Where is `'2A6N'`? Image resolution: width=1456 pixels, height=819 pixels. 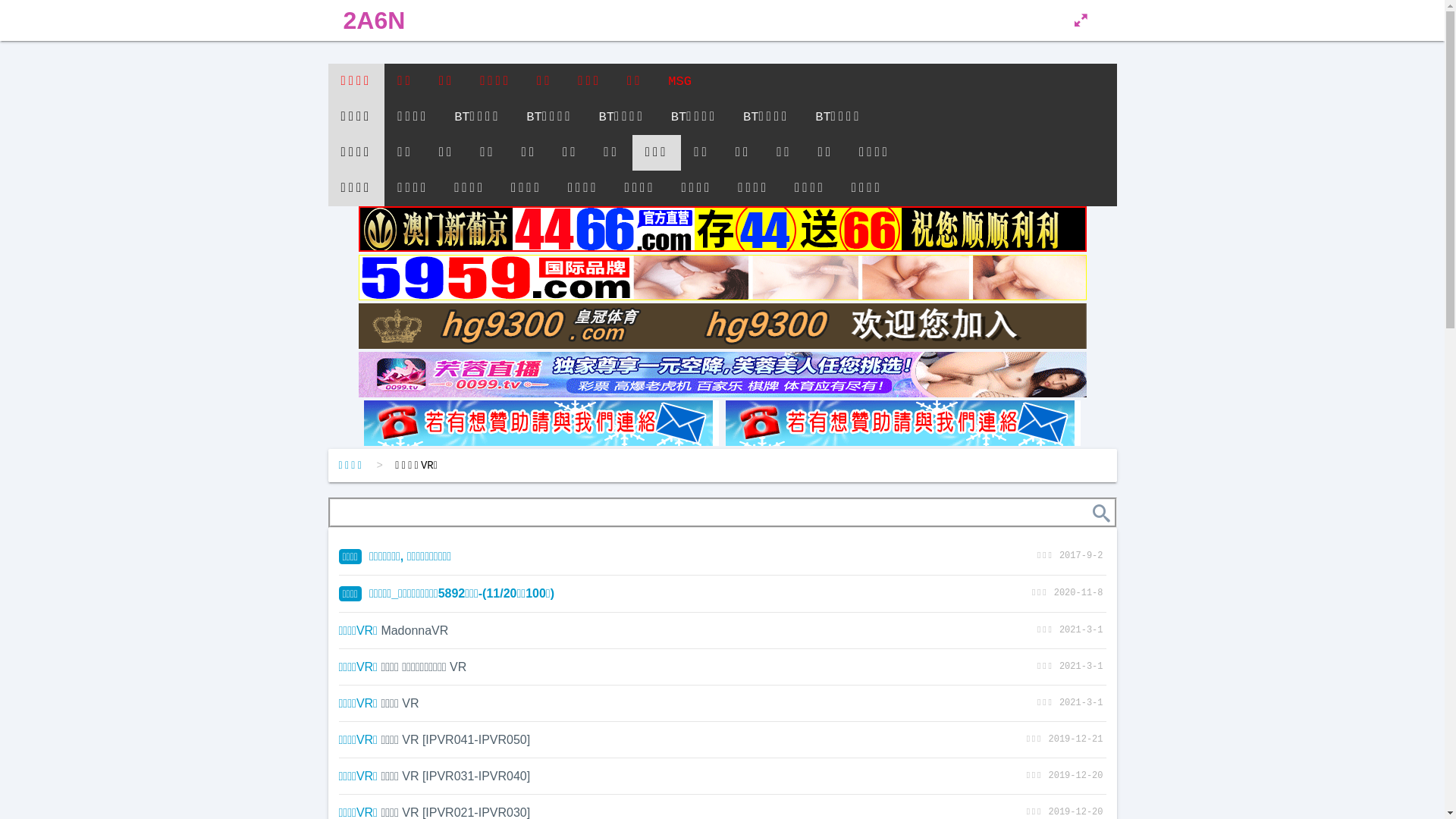 '2A6N' is located at coordinates (374, 20).